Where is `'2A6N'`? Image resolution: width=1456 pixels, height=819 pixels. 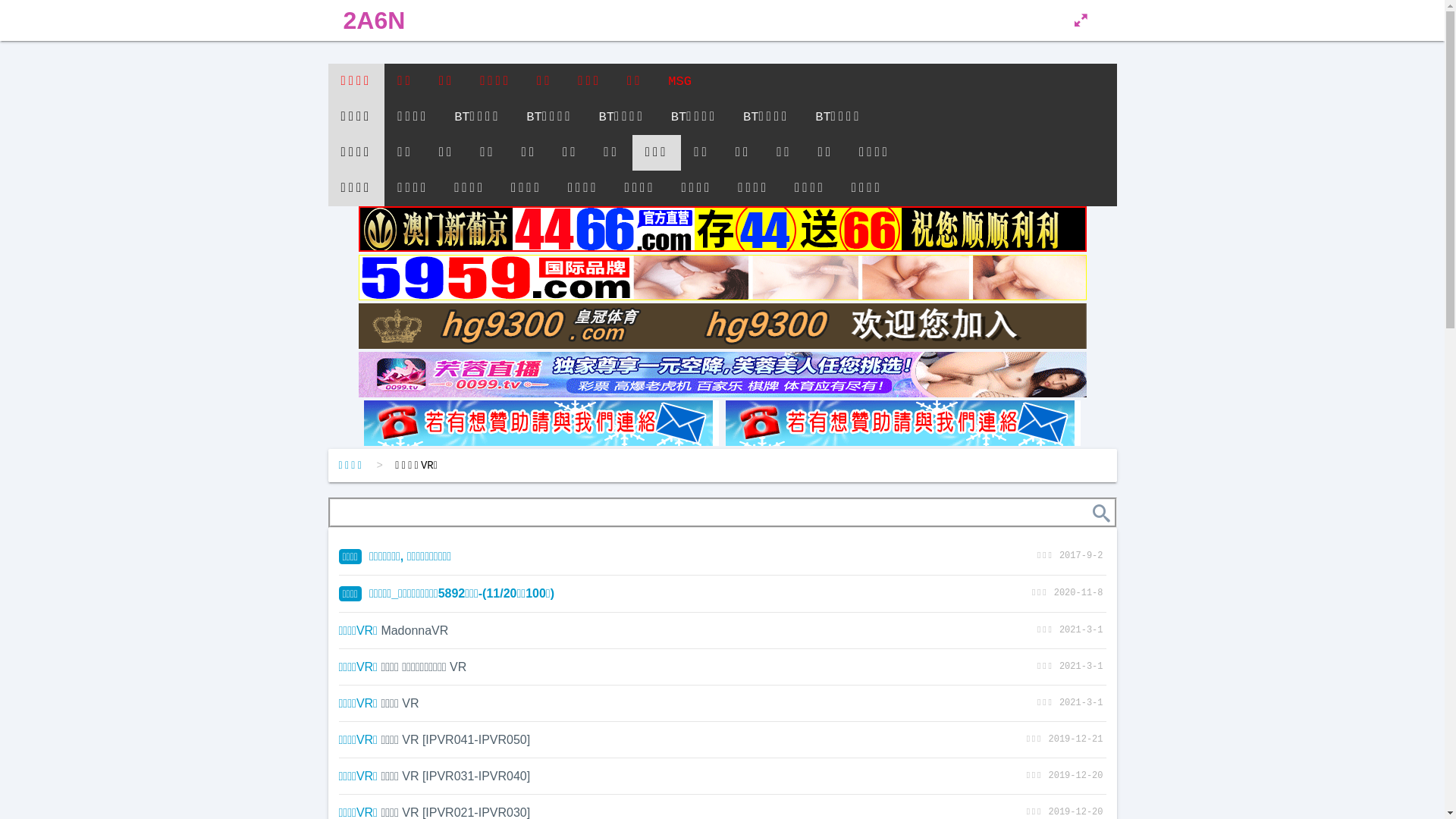 '2A6N' is located at coordinates (374, 20).